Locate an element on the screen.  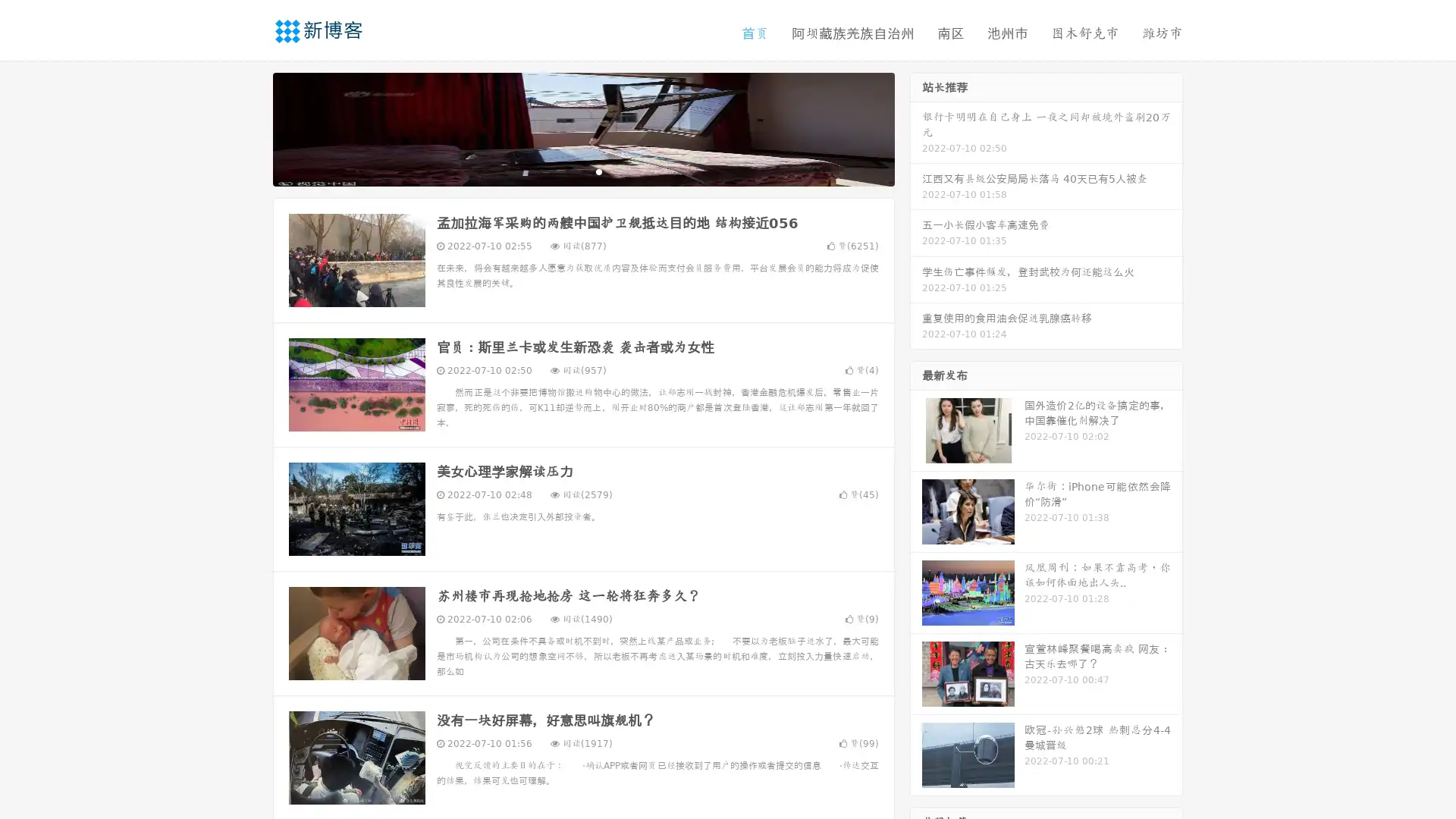
Go to slide 2 is located at coordinates (582, 171).